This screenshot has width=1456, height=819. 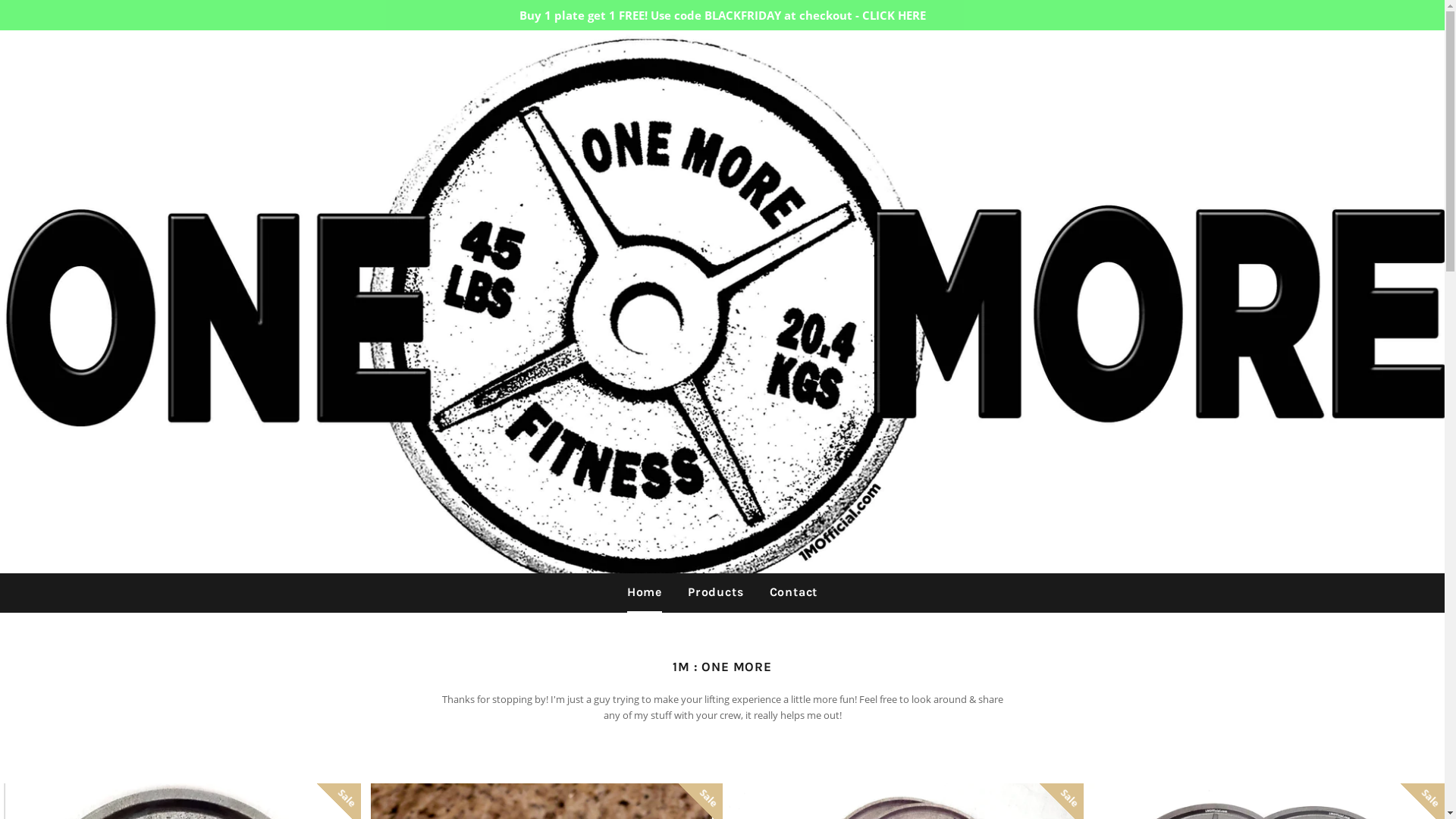 What do you see at coordinates (792, 591) in the screenshot?
I see `'Contact'` at bounding box center [792, 591].